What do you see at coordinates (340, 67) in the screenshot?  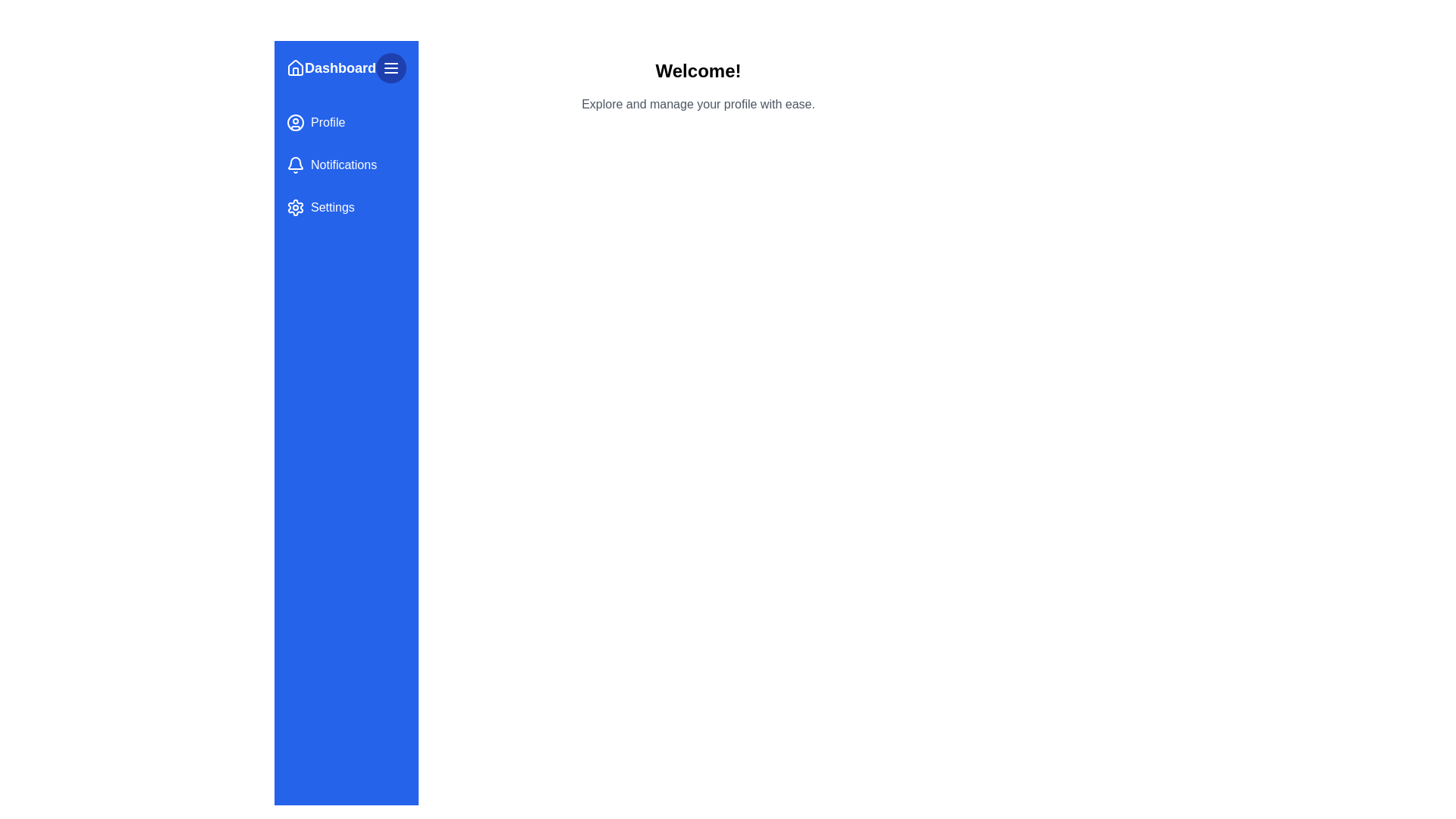 I see `the 'Dashboard' label, which is prominently displayed in white text on a blue background, located near the top left corner of the interface` at bounding box center [340, 67].